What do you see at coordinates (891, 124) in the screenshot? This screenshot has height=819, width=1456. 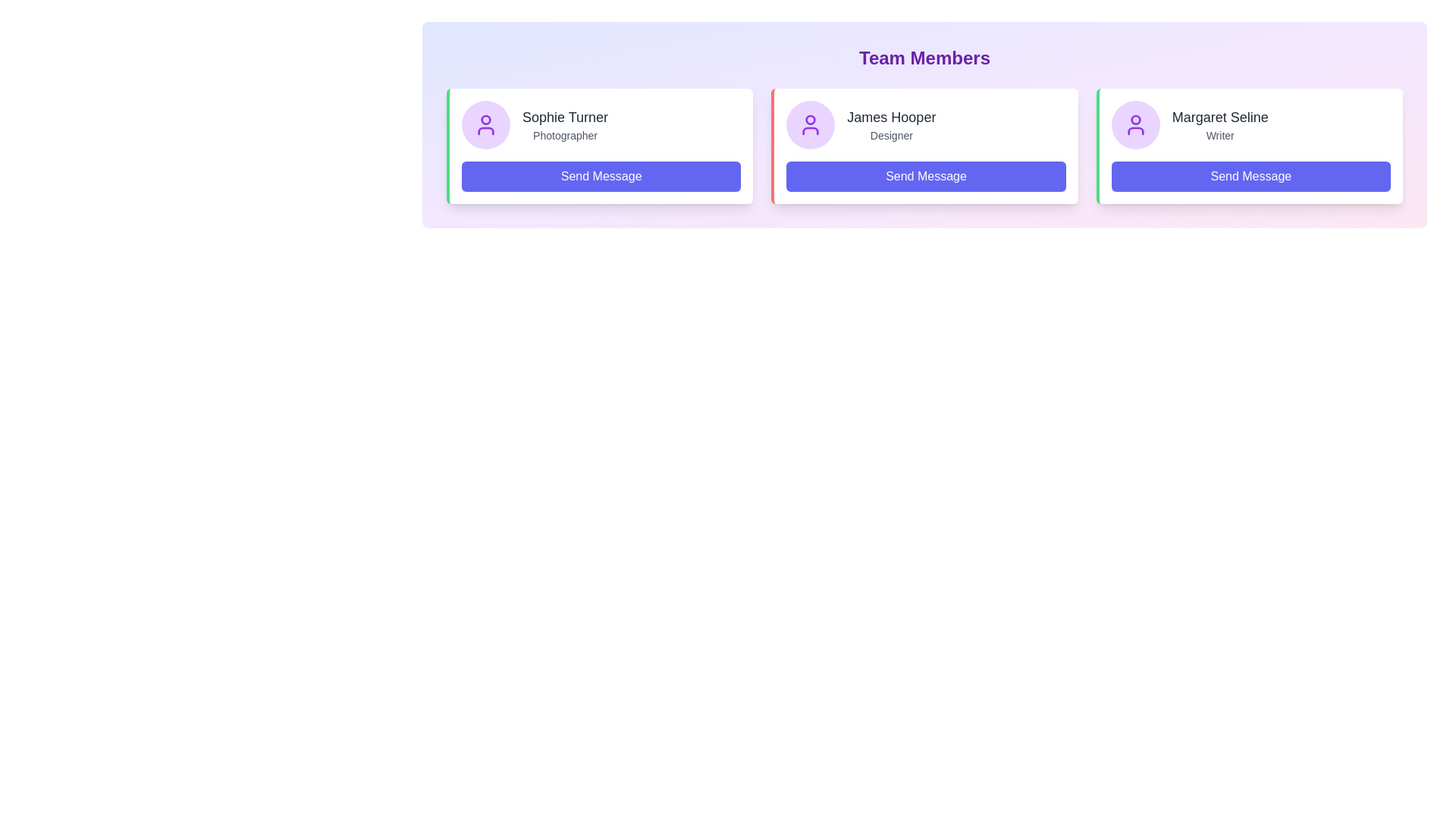 I see `the text display element that shows the team member's name and role, located in the middle team member card` at bounding box center [891, 124].